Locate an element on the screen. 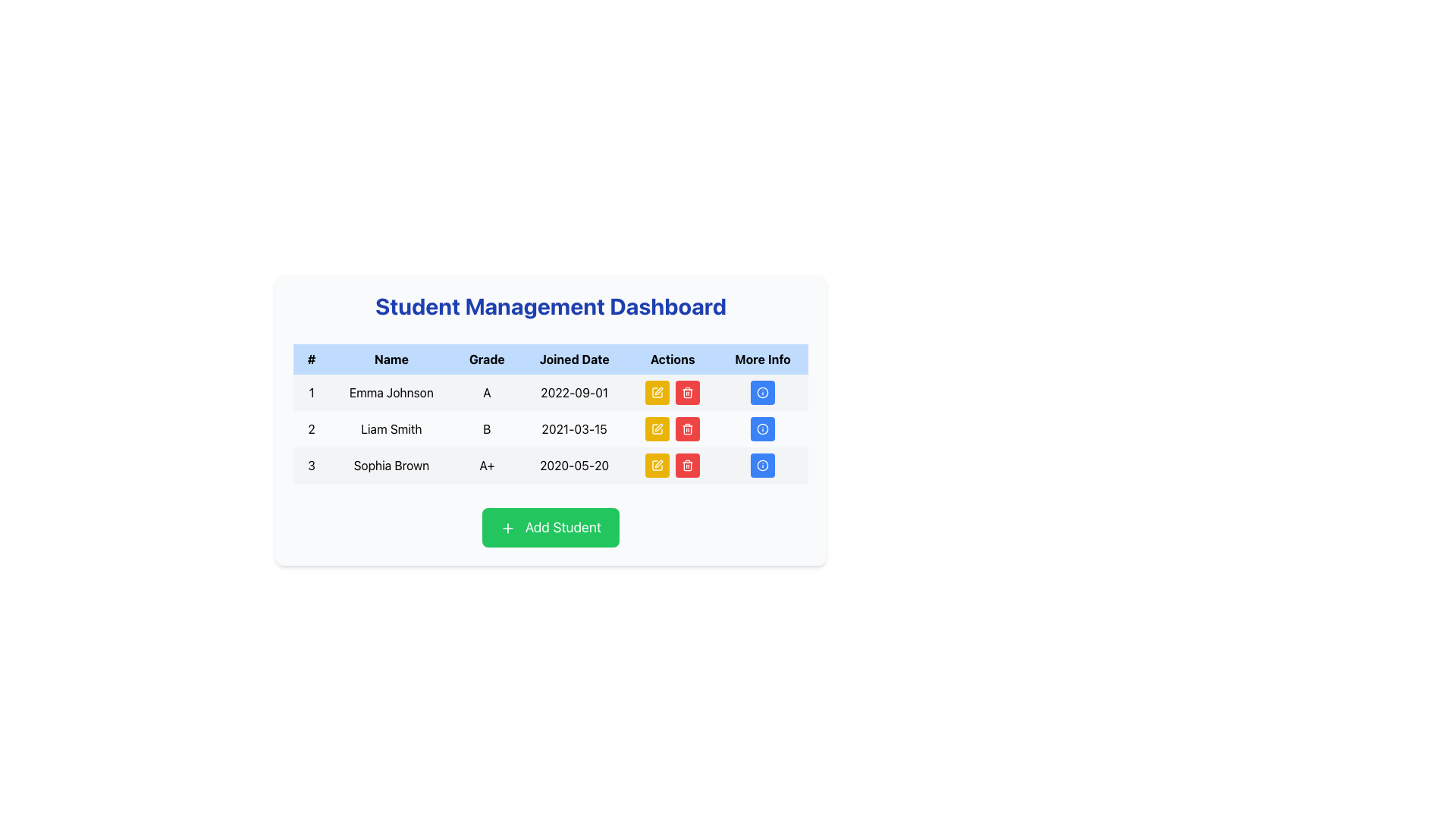  the 'Actions' column header in the table, which is positioned in the fifth column of the header row, between the 'Joined Date' and 'More Info' headers is located at coordinates (672, 359).